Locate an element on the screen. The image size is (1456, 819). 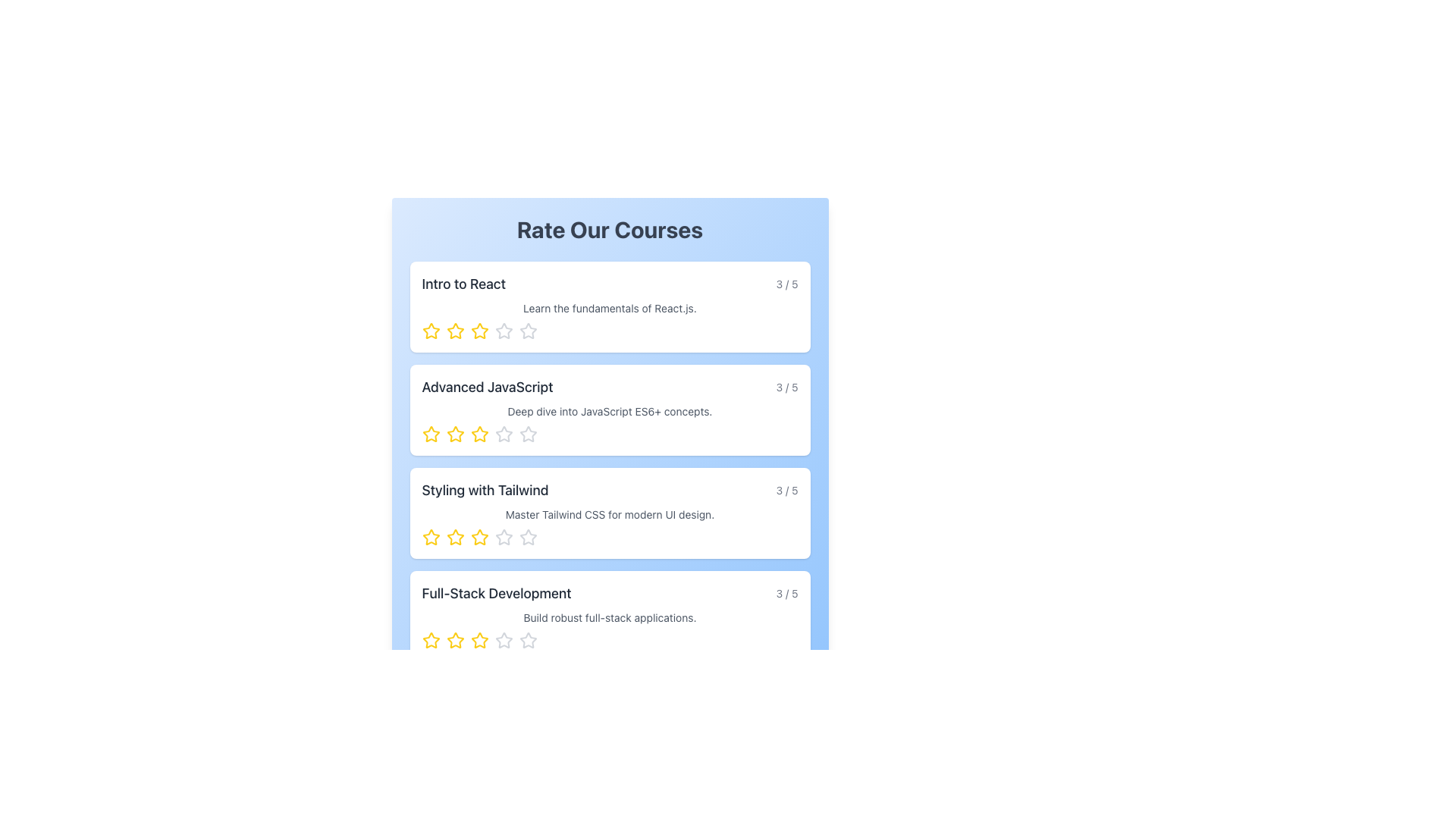
the Card Component titled 'Full-Stack Development', which is the last card in a vertical stack, featuring a white background, rounded corners, and a rating of '3 / 5' is located at coordinates (610, 617).